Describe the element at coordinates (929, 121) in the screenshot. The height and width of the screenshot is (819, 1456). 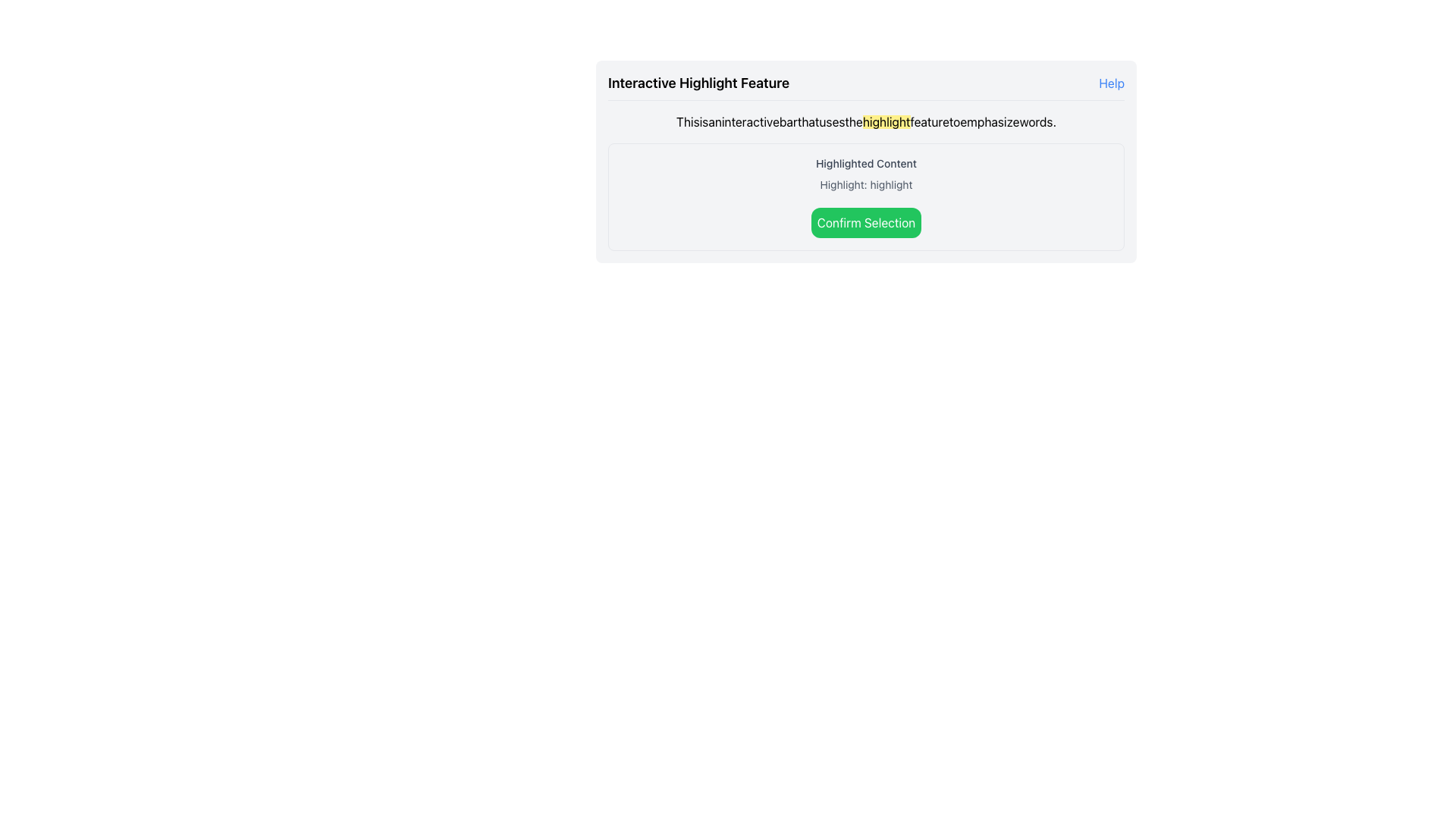
I see `the text element displaying 'feature', which is the 10th word in the sentence, located adjacent to the highlighted word 'highlight' with a yellow background` at that location.